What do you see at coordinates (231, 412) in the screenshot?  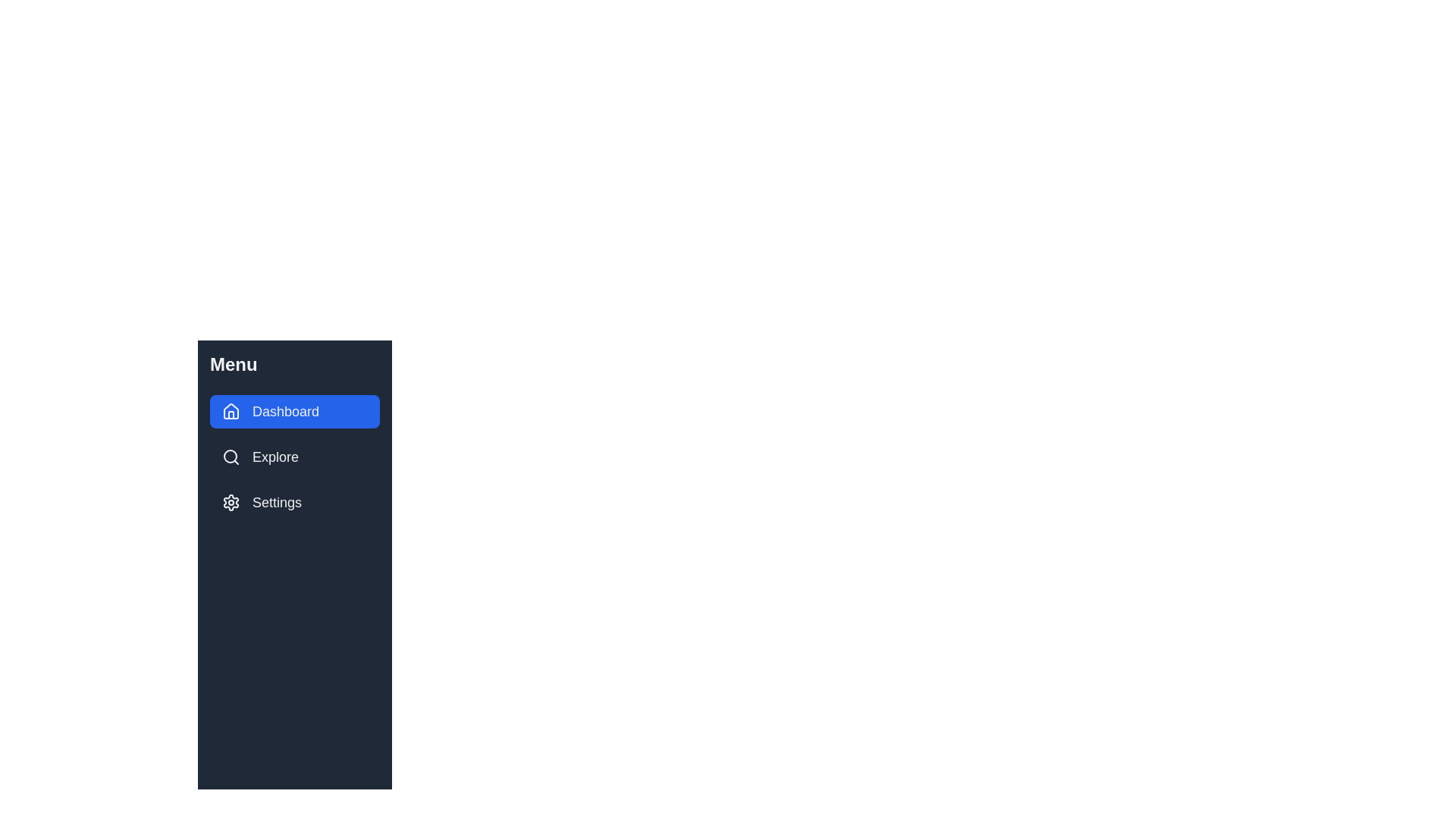 I see `the small house-shaped icon located in the left-hand side panel of the interface` at bounding box center [231, 412].